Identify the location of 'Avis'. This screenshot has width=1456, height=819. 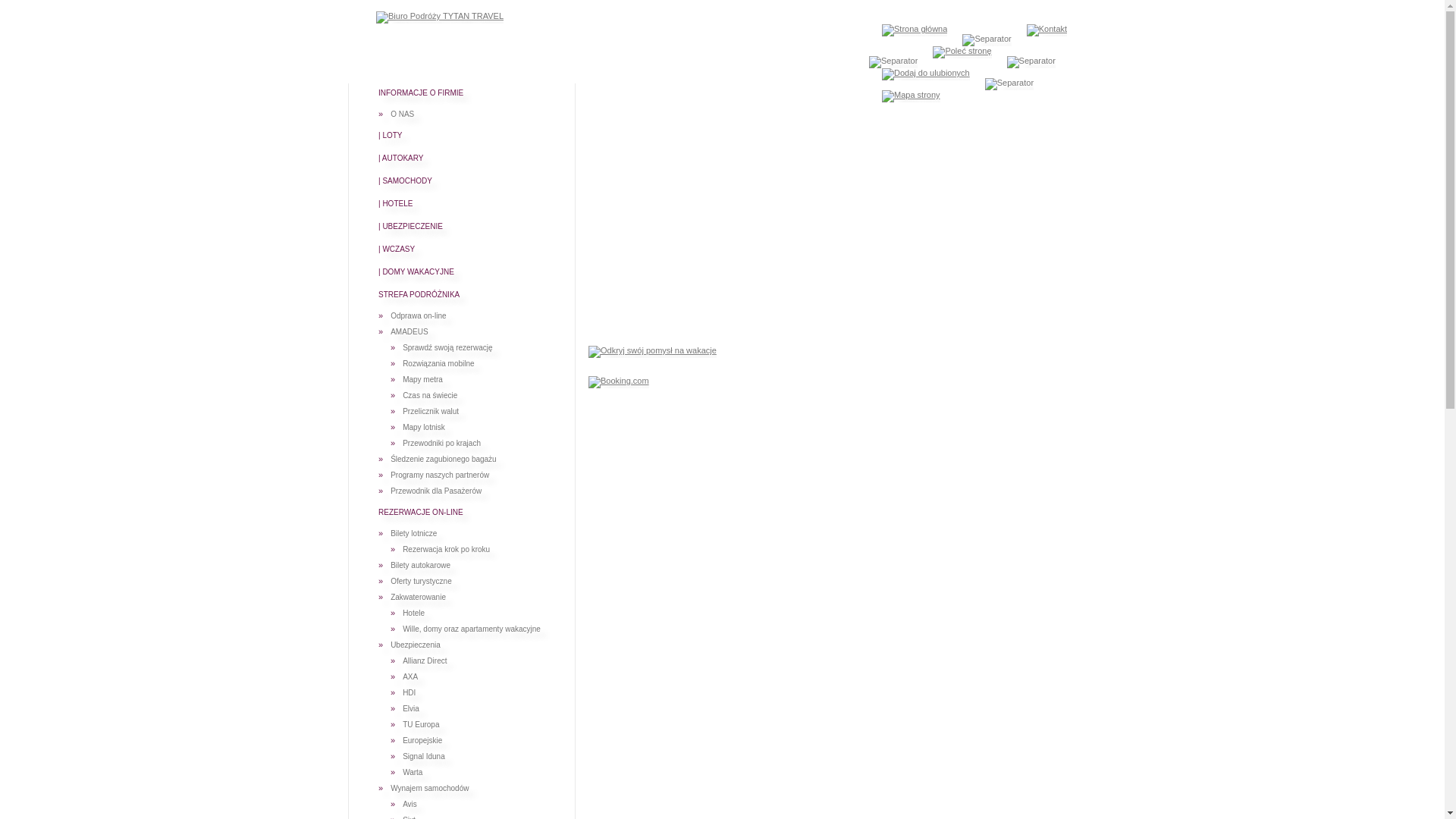
(409, 803).